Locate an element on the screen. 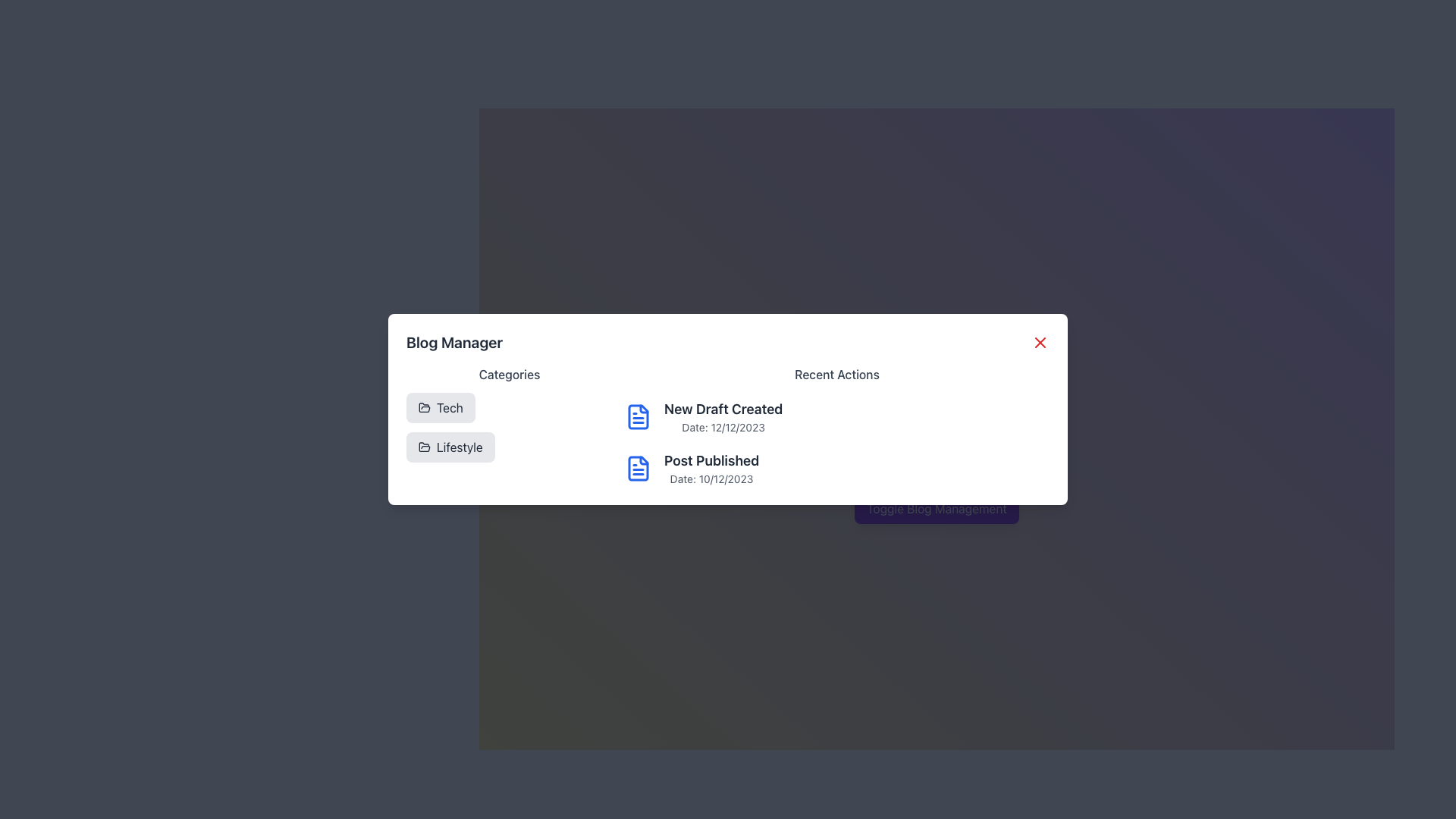 Image resolution: width=1456 pixels, height=819 pixels. the rectangular button with rounded corners, purple background, and white text reading 'Toggle Blog Management' to trigger the hover effect is located at coordinates (936, 509).